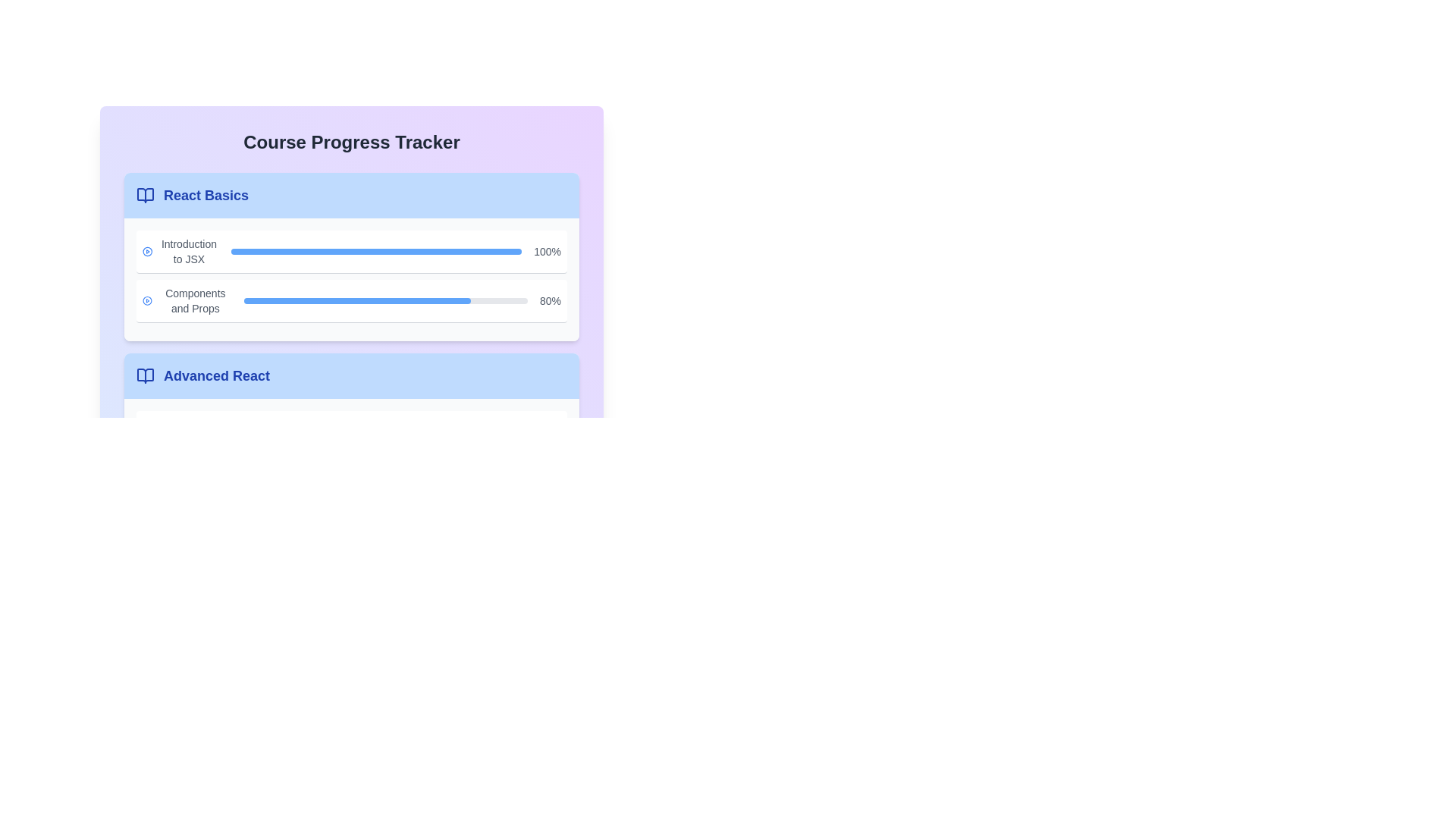 Image resolution: width=1456 pixels, height=819 pixels. Describe the element at coordinates (180, 250) in the screenshot. I see `text element displaying 'Introduction to JSX', which is styled in a smaller gray font and located above the '100%' text in the 'React Basics' section` at that location.